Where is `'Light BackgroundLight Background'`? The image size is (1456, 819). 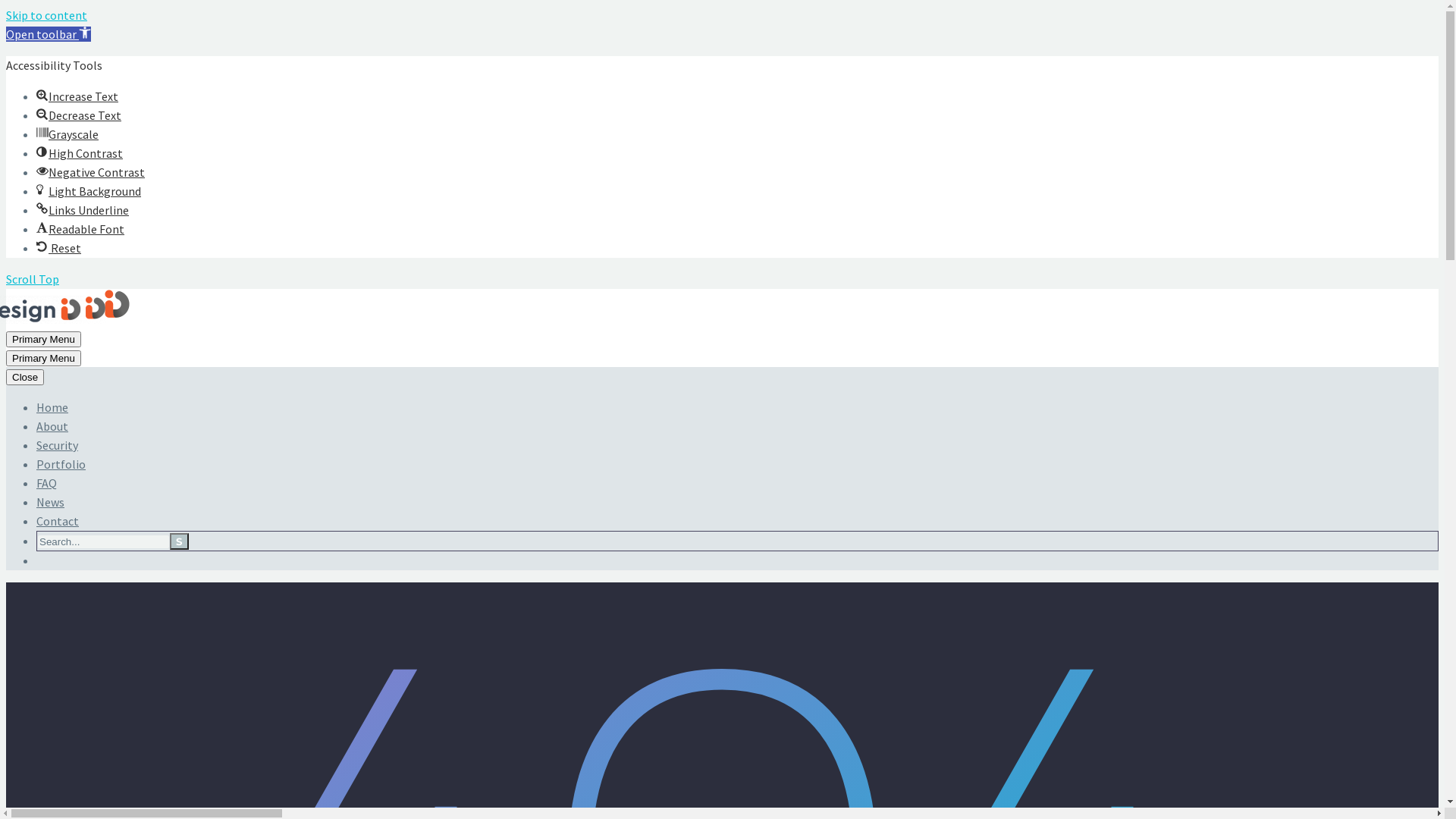 'Light BackgroundLight Background' is located at coordinates (87, 190).